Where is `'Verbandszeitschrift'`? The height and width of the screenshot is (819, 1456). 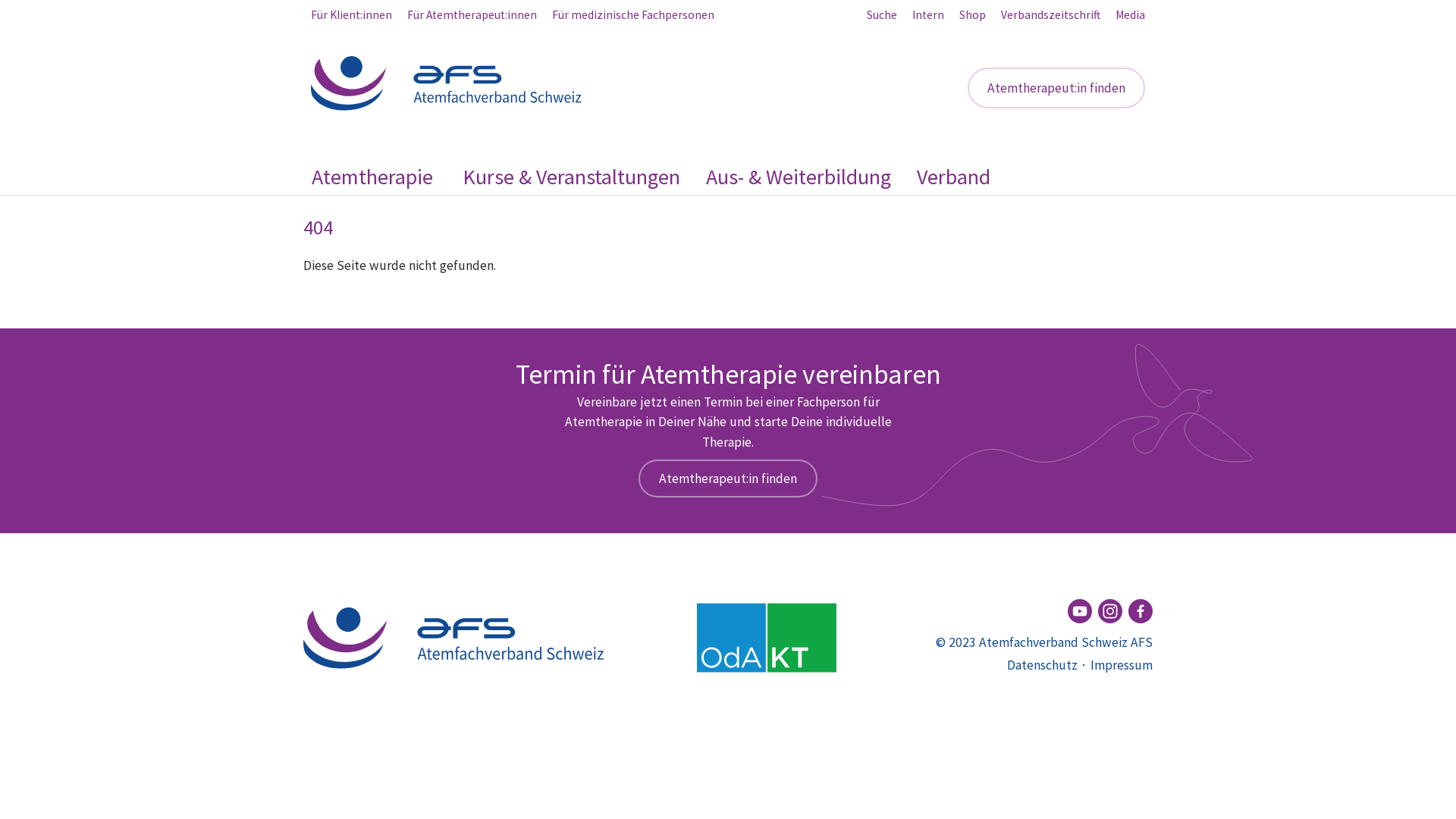
'Verbandszeitschrift' is located at coordinates (1001, 14).